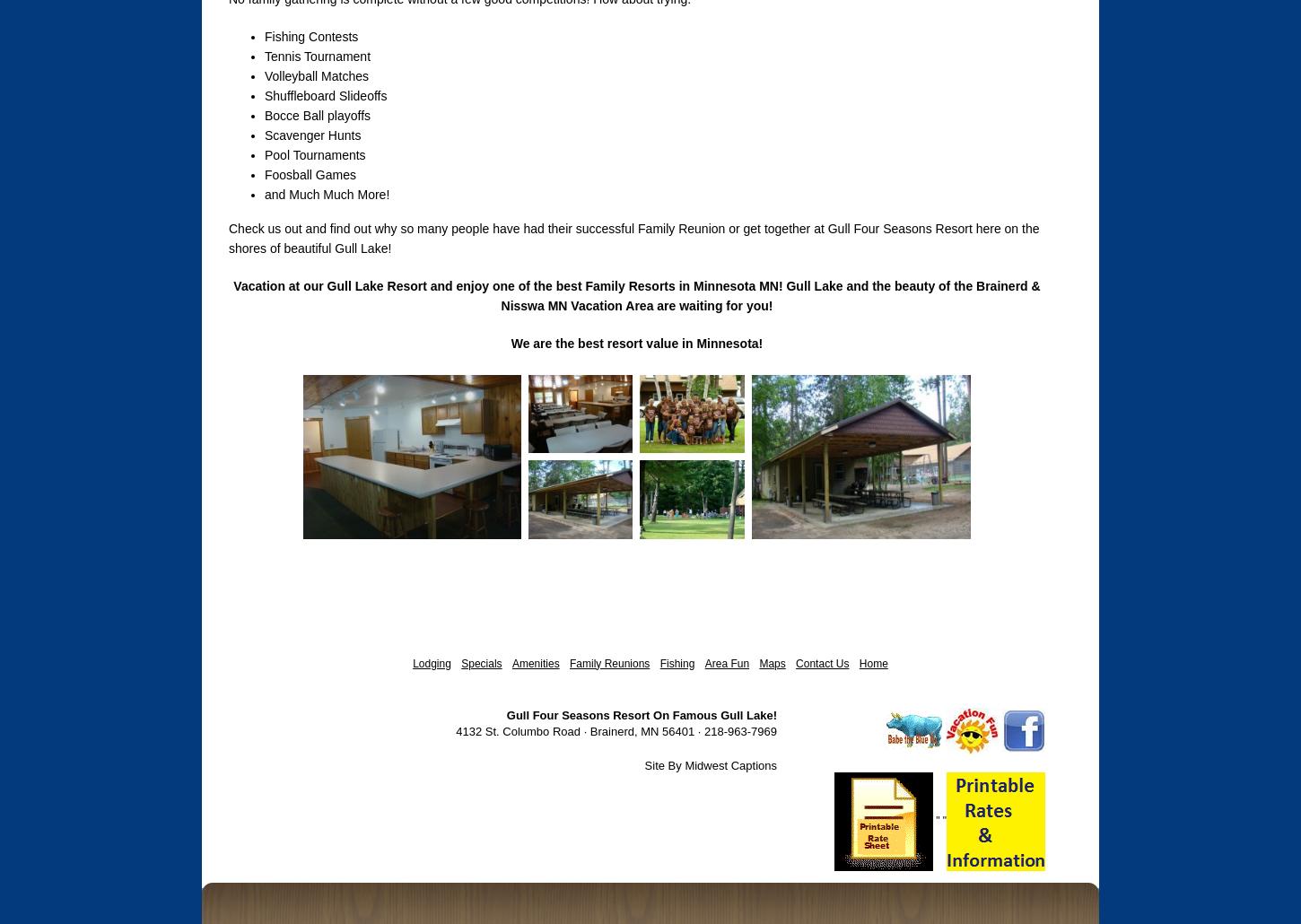  I want to click on 'We are the best resort value in Minnesota!', so click(635, 343).